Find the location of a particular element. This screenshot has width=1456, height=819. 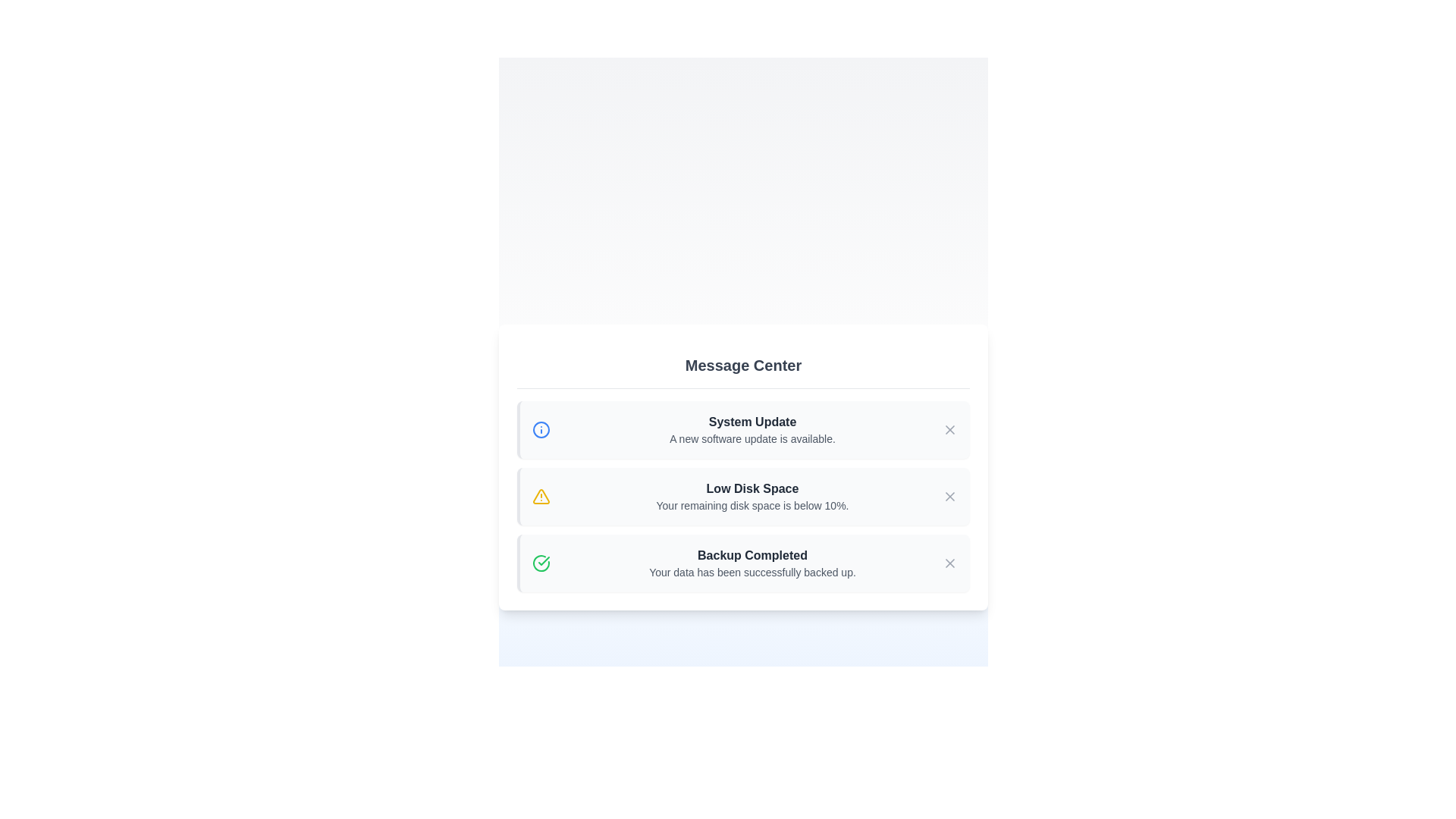

the circular boundary of the green check icon representing the 'Backup Completed' notification in the 'Message Center' section is located at coordinates (541, 563).